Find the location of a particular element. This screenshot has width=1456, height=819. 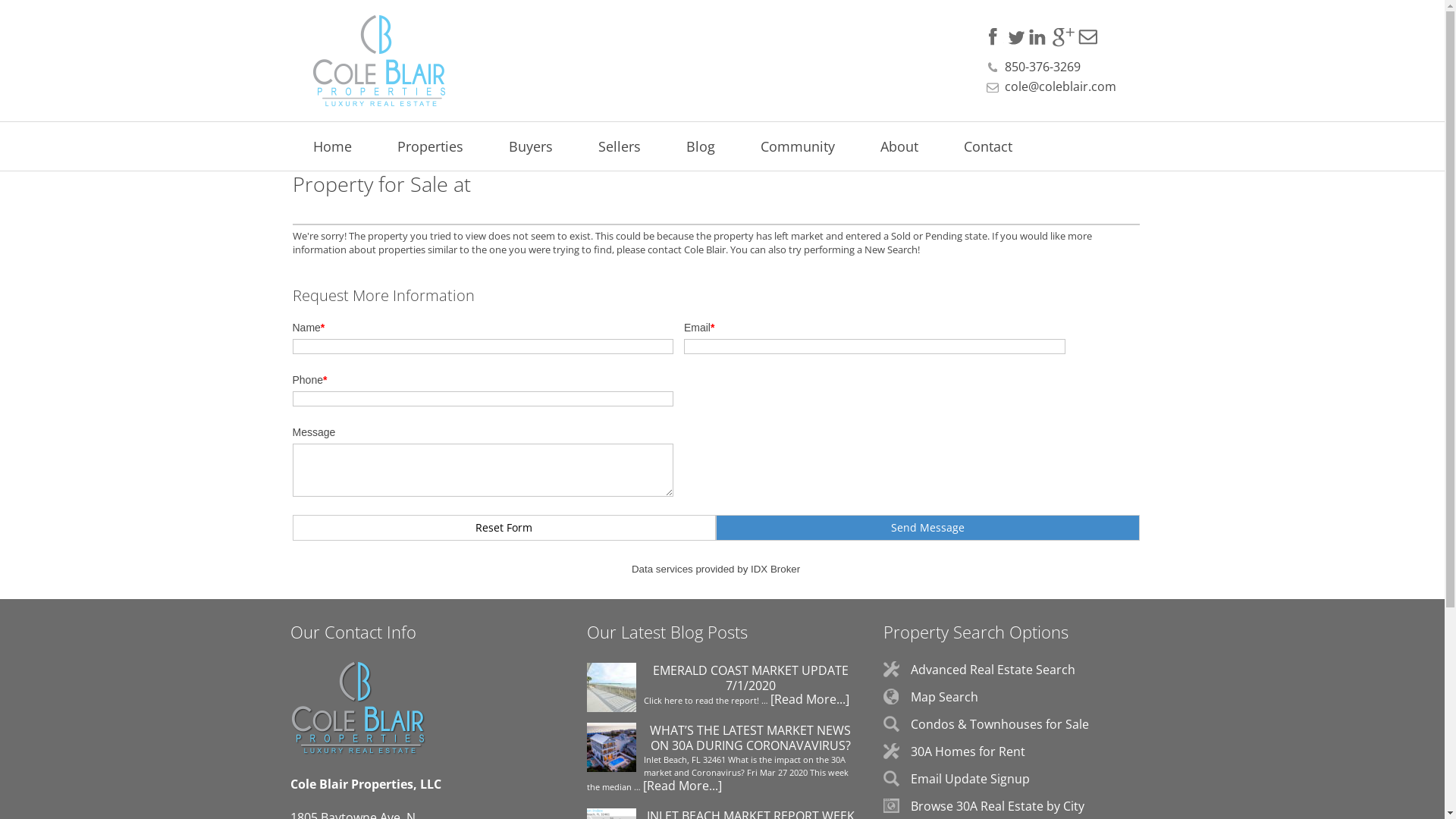

'Contact' is located at coordinates (987, 146).